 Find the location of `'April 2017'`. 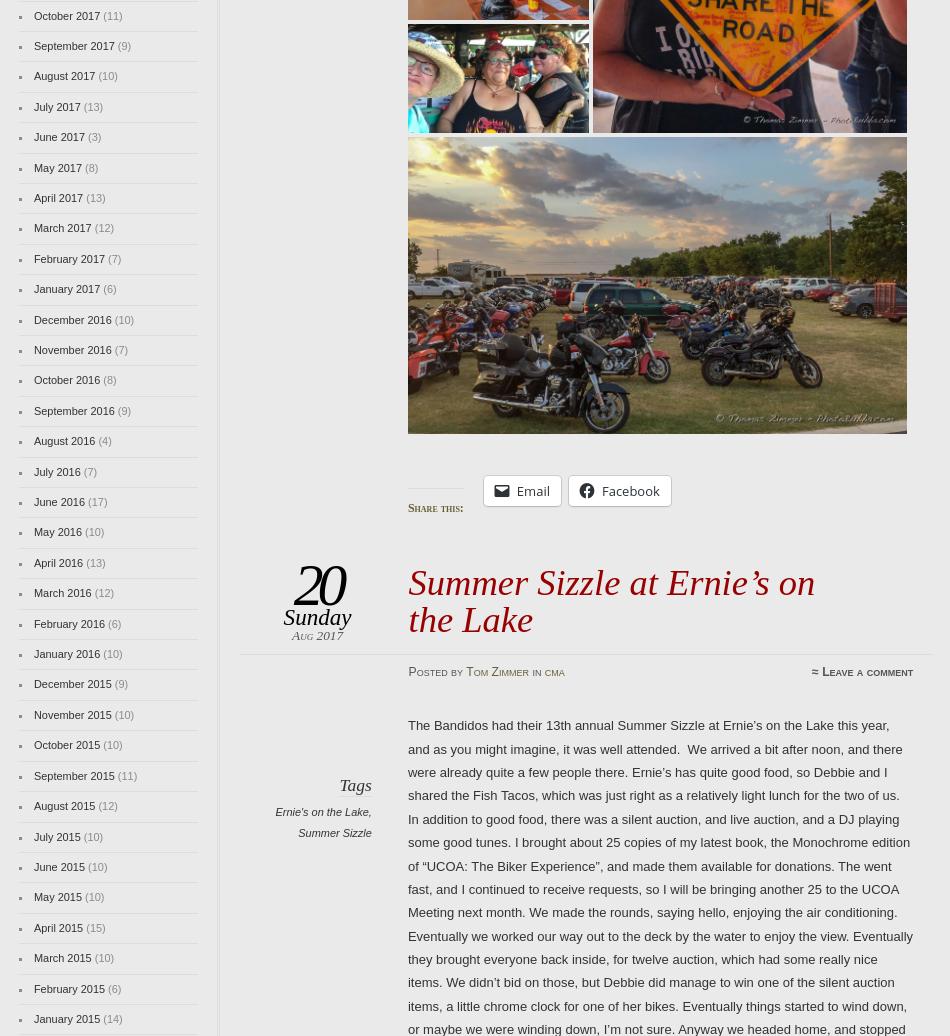

'April 2017' is located at coordinates (58, 197).